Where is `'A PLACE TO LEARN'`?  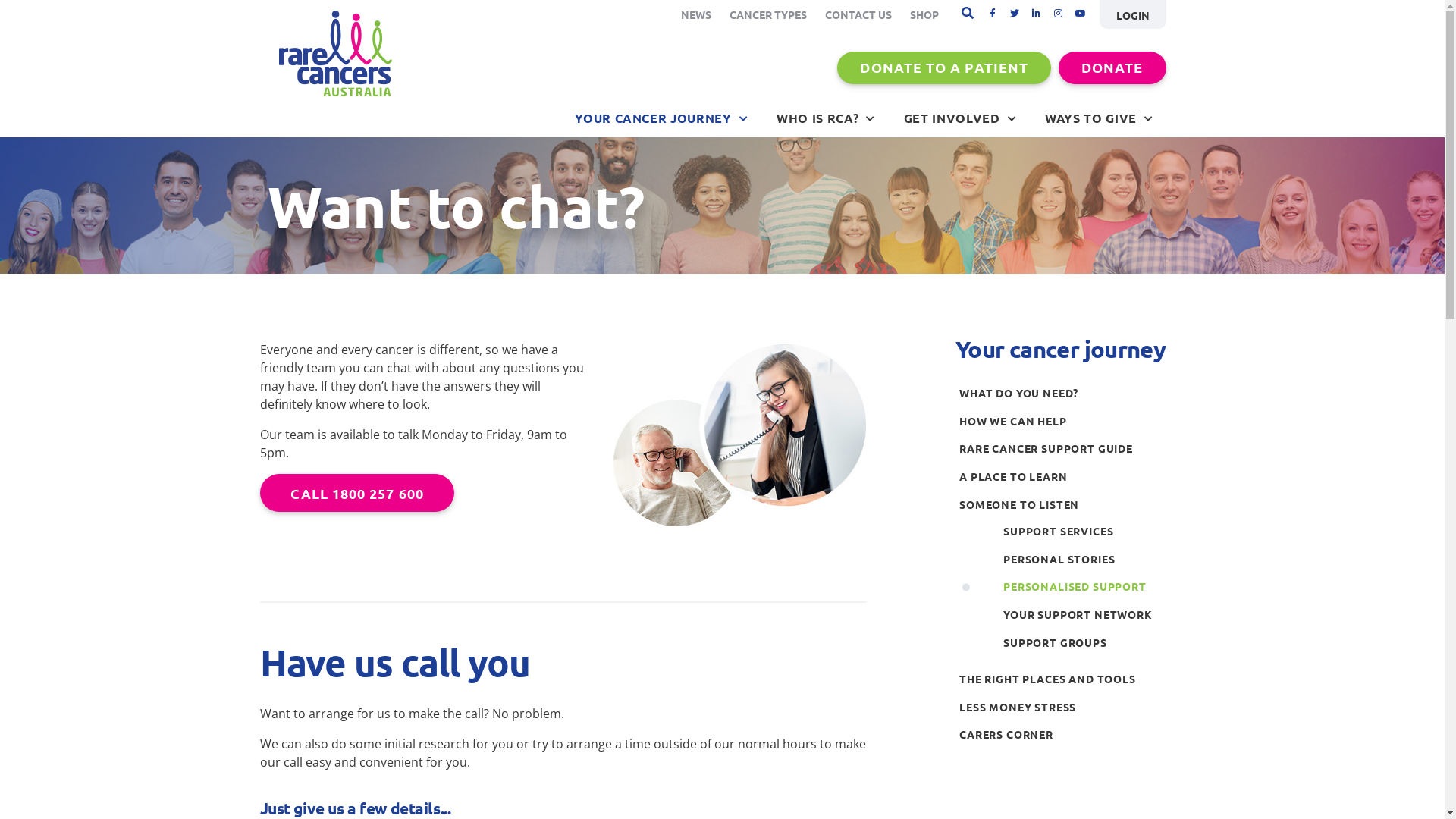 'A PLACE TO LEARN' is located at coordinates (954, 475).